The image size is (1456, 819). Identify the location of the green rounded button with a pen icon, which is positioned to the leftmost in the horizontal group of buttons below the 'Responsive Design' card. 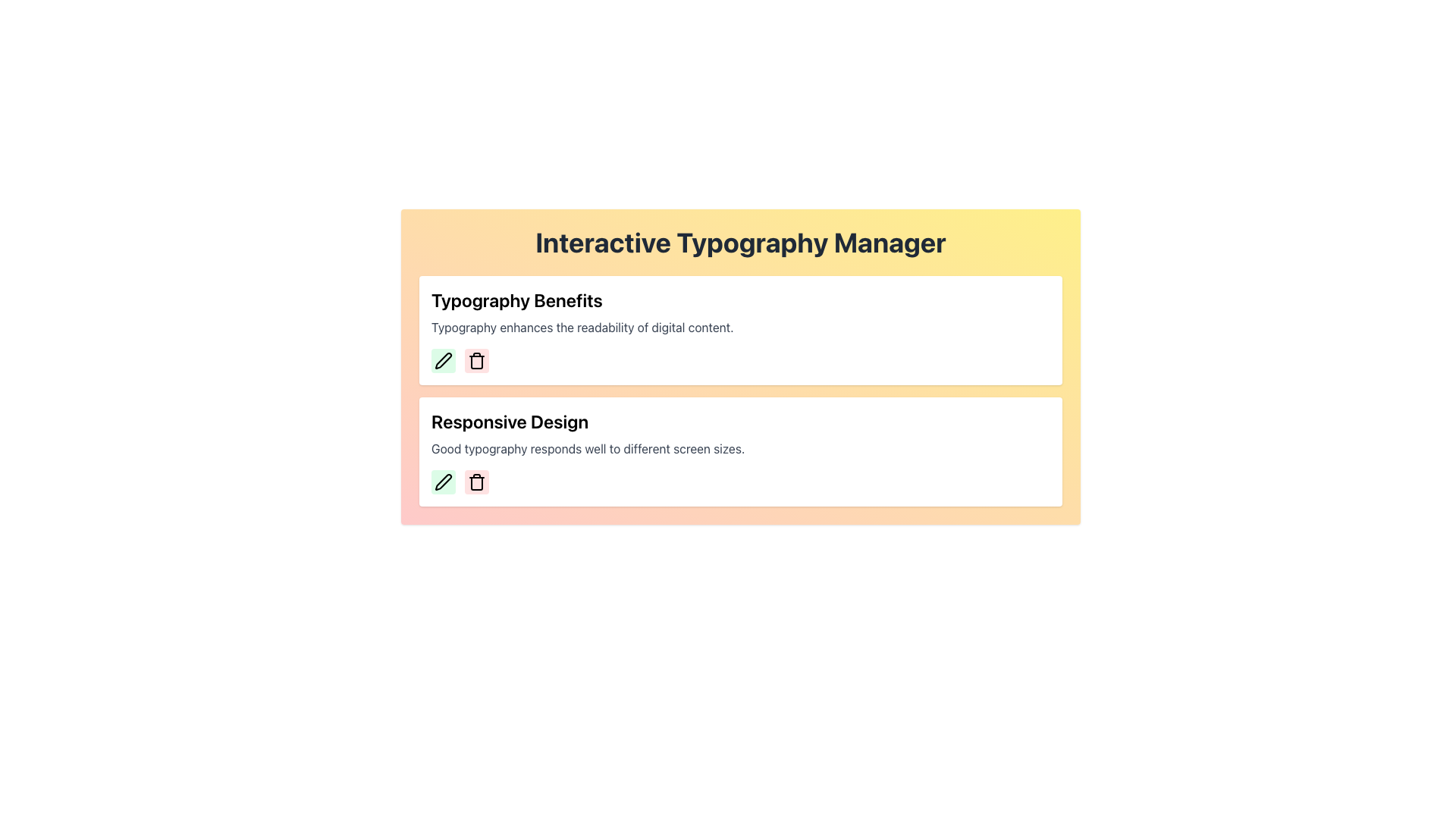
(443, 360).